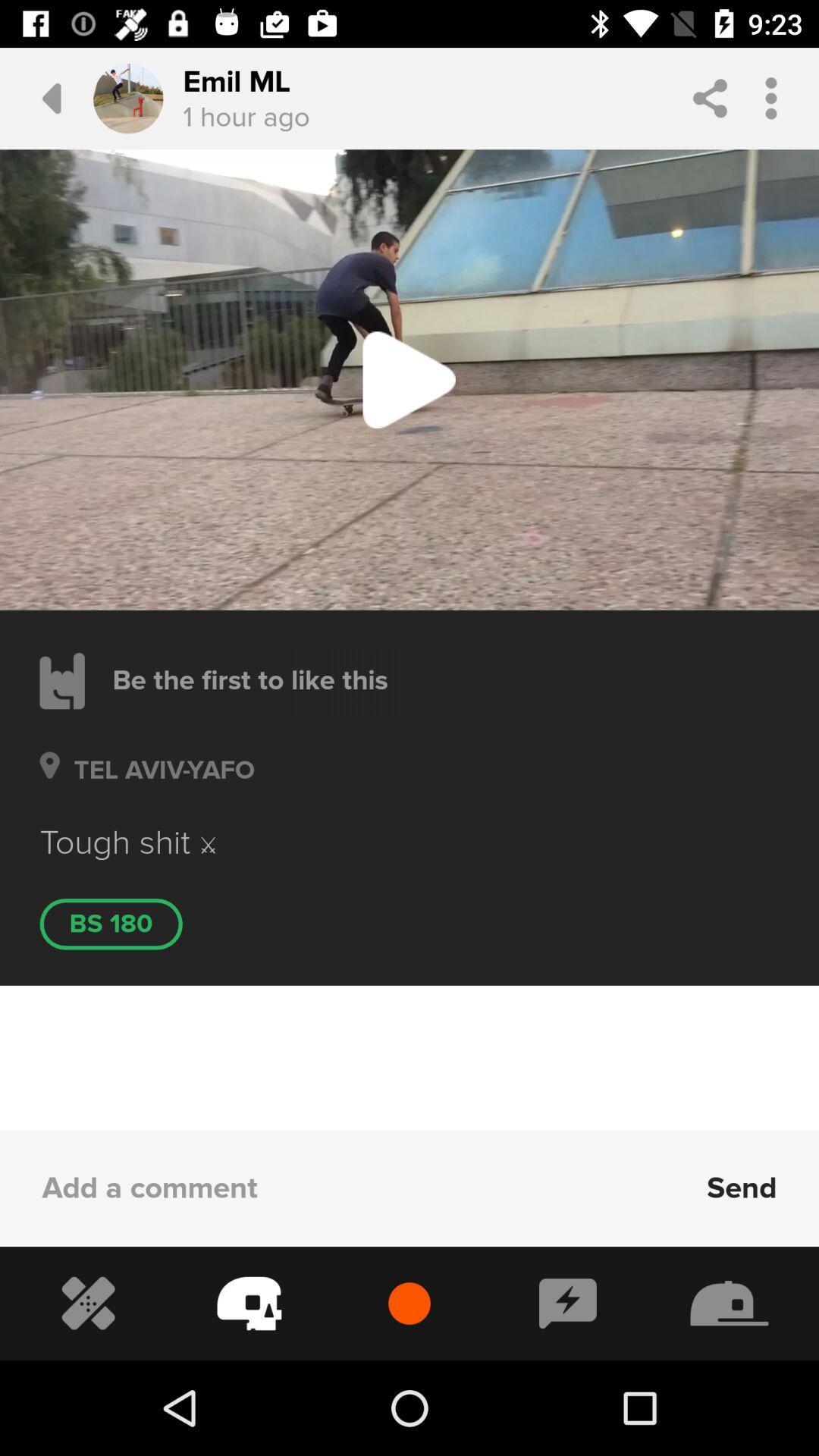 The image size is (819, 1456). I want to click on the share icon, so click(710, 97).